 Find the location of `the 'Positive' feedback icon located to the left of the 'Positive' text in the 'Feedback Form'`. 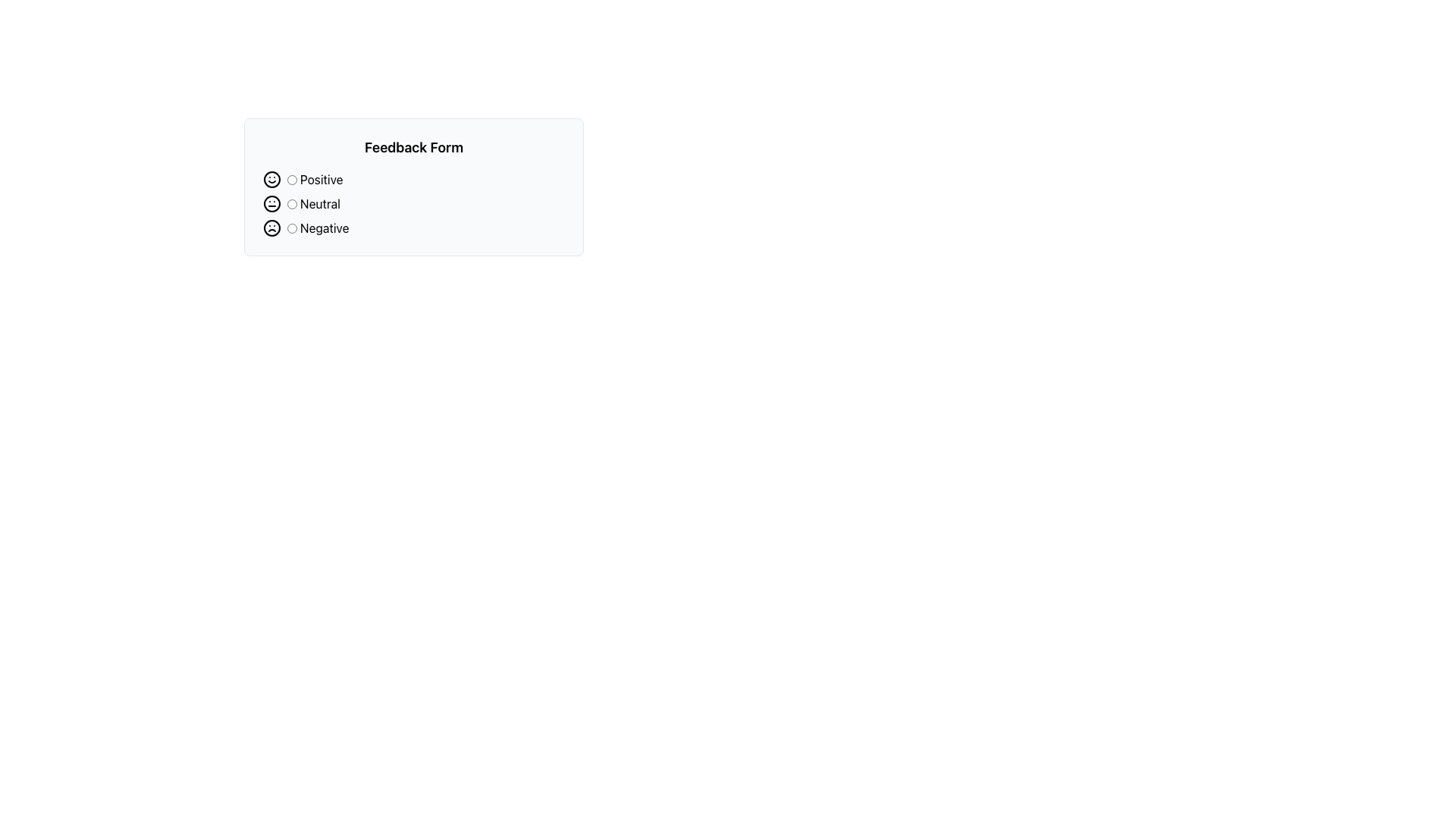

the 'Positive' feedback icon located to the left of the 'Positive' text in the 'Feedback Form' is located at coordinates (272, 178).